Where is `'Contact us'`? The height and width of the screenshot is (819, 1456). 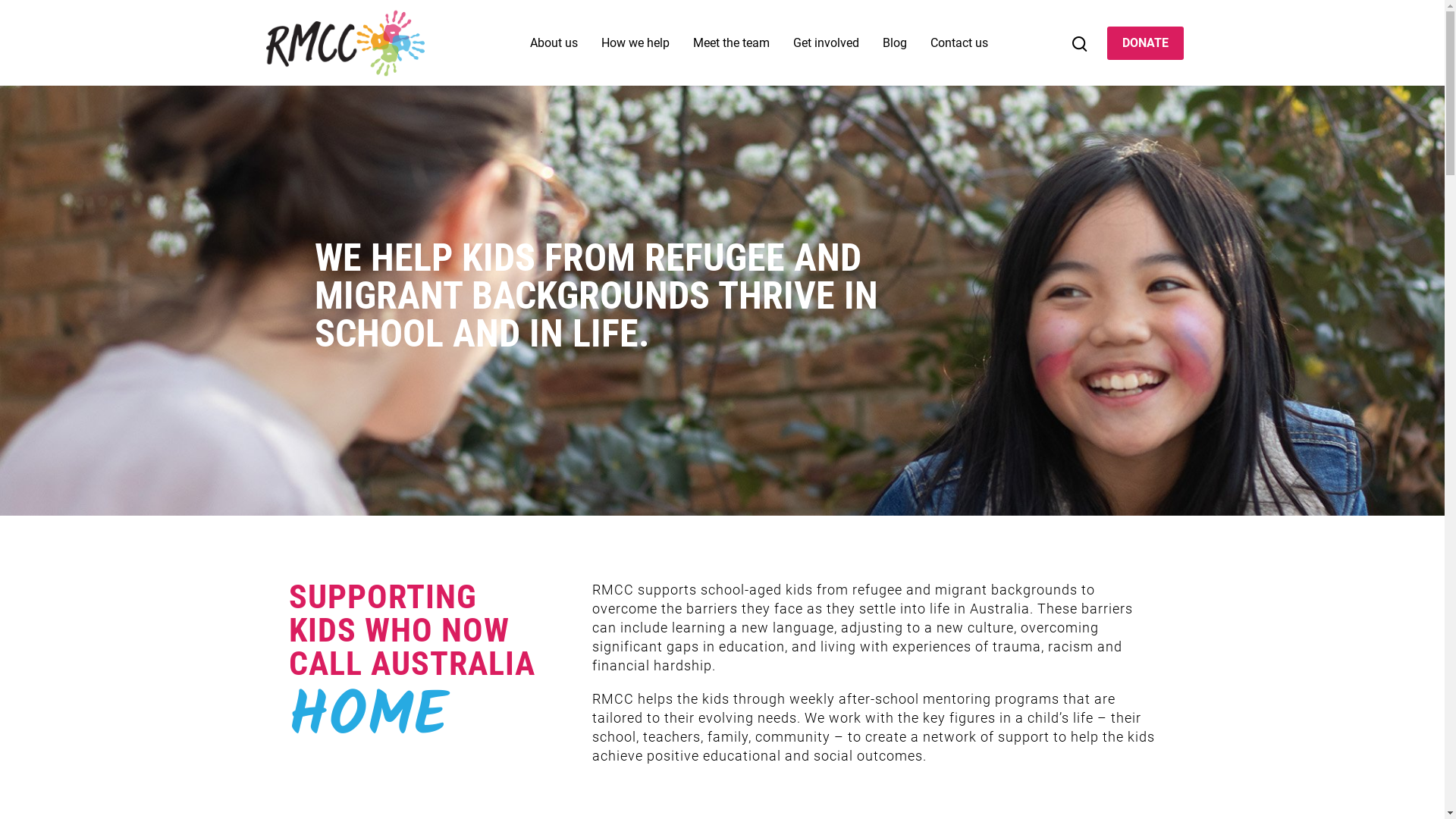
'Contact us' is located at coordinates (957, 49).